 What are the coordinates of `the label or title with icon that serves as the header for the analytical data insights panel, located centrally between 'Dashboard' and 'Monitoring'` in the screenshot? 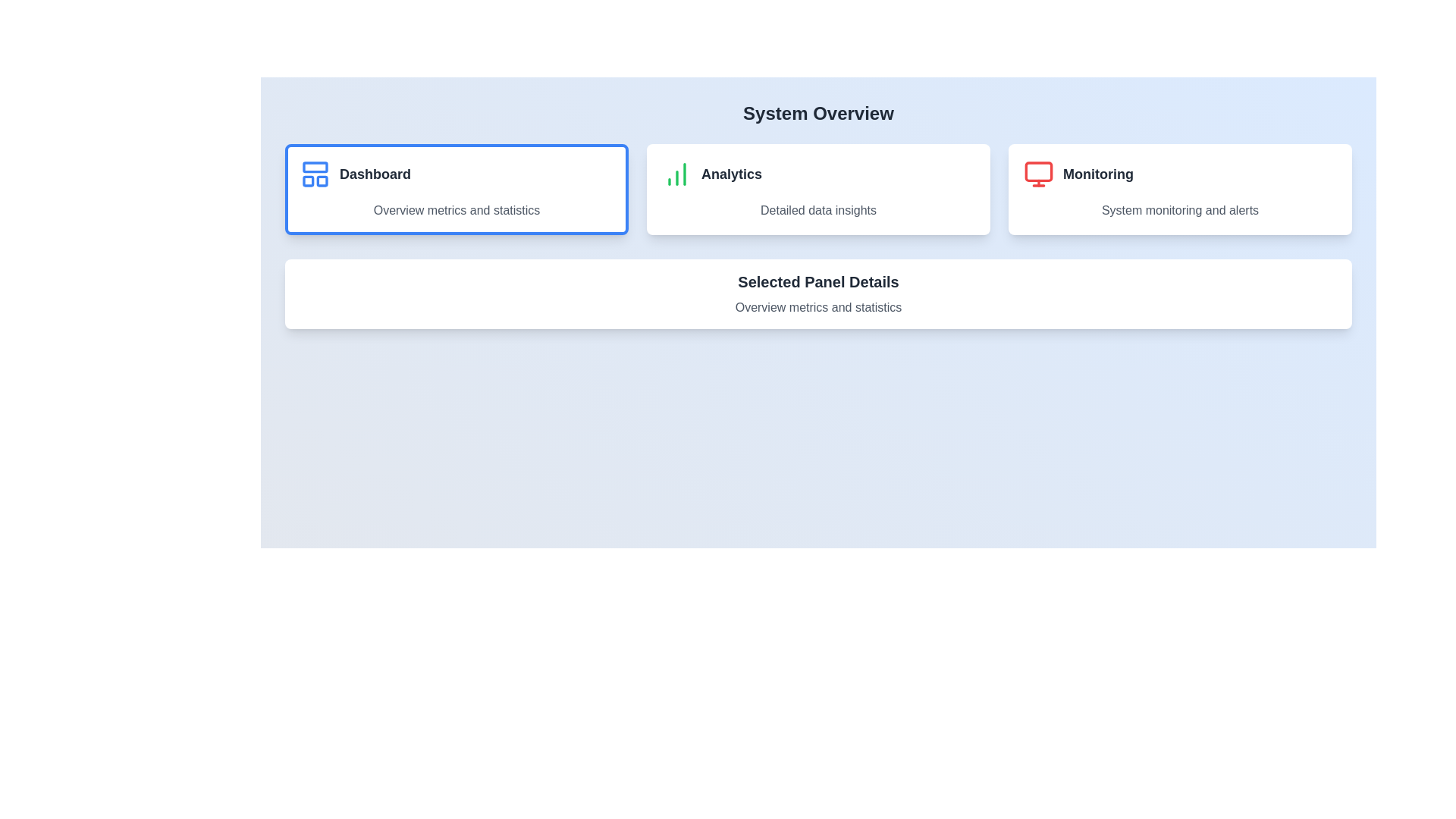 It's located at (817, 174).